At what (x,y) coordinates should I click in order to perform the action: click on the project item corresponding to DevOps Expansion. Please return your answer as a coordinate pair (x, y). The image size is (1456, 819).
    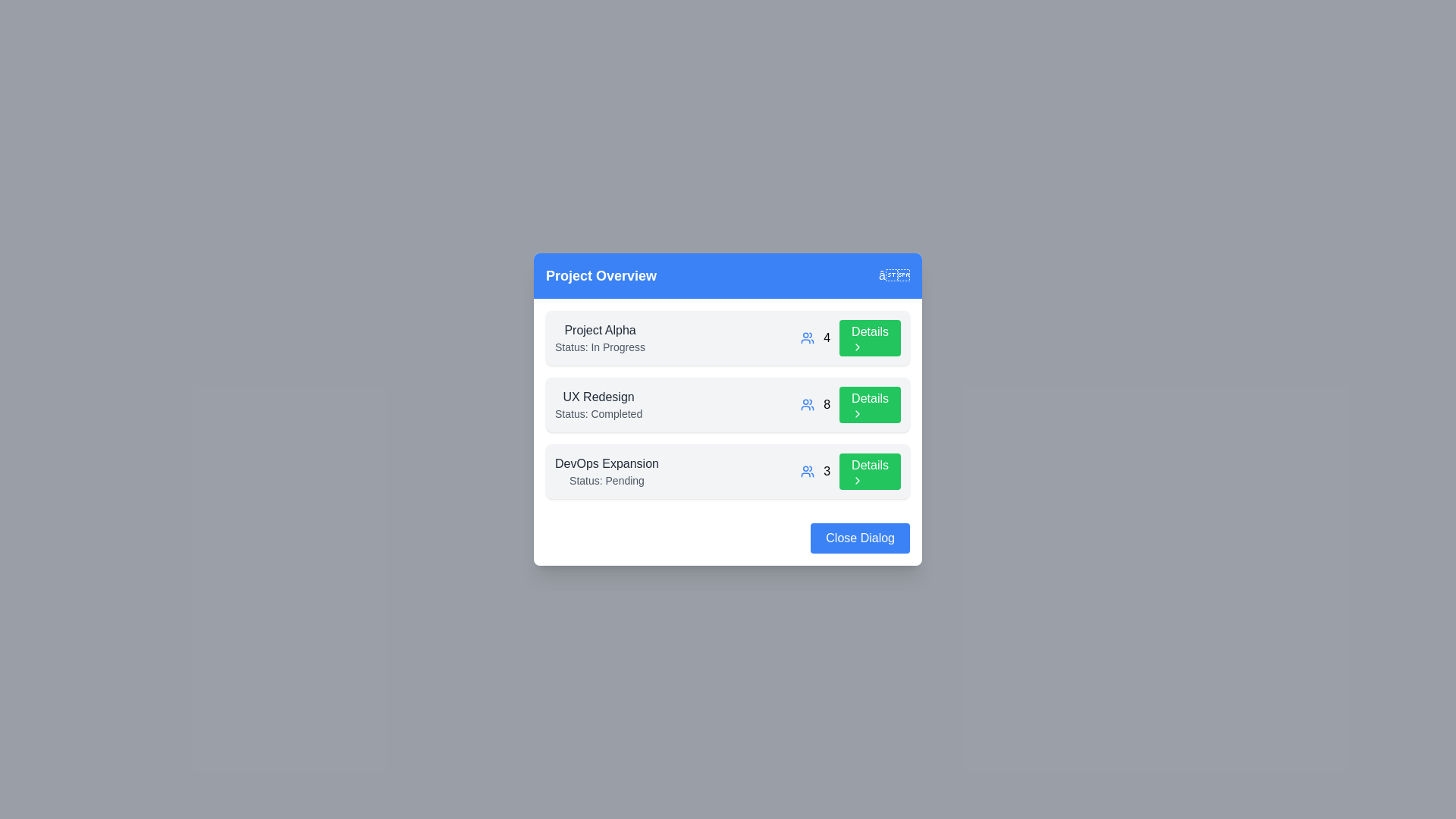
    Looking at the image, I should click on (728, 470).